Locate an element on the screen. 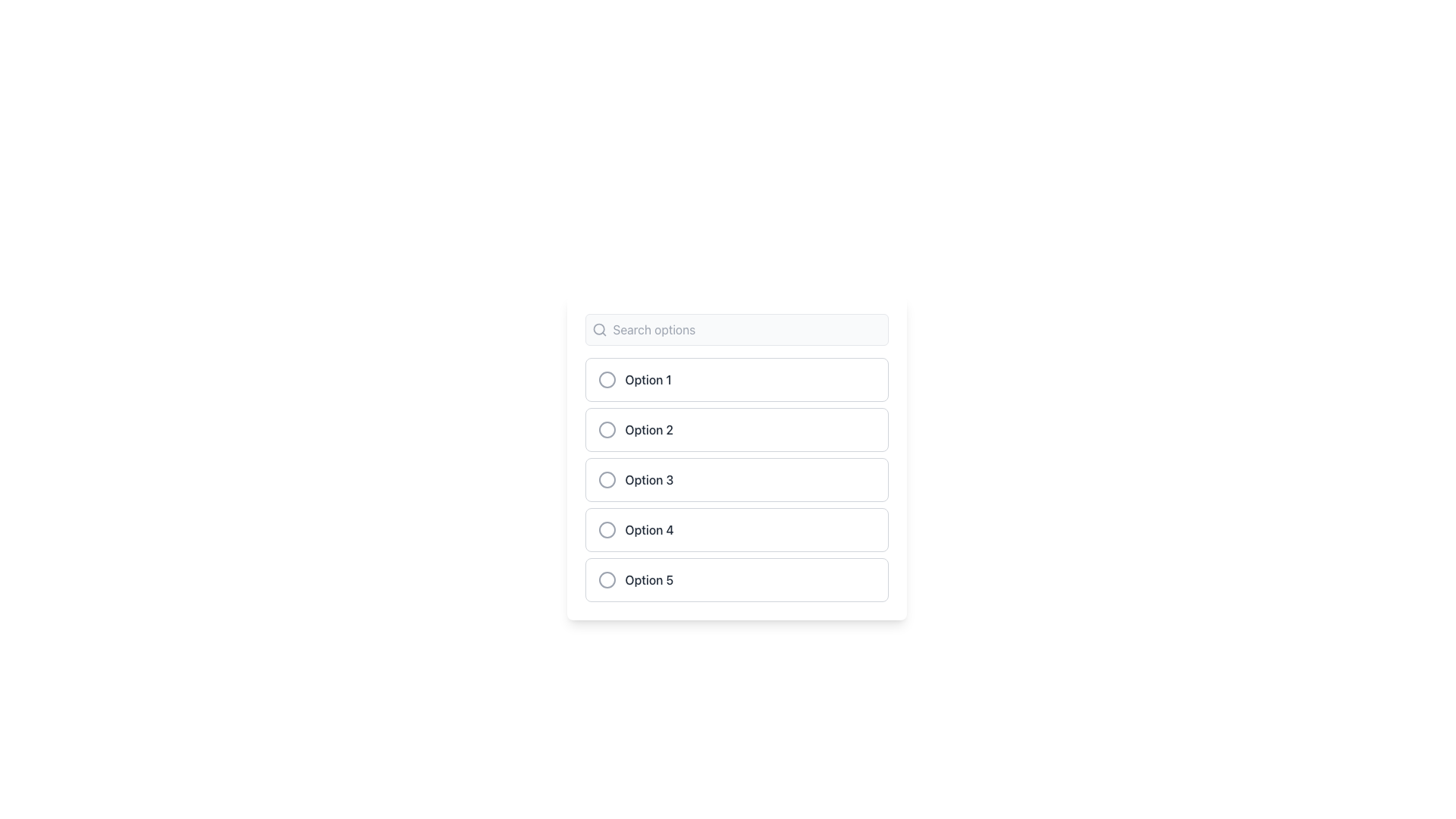 This screenshot has height=819, width=1456. the first selectable list item located below the search bar for navigation is located at coordinates (736, 379).